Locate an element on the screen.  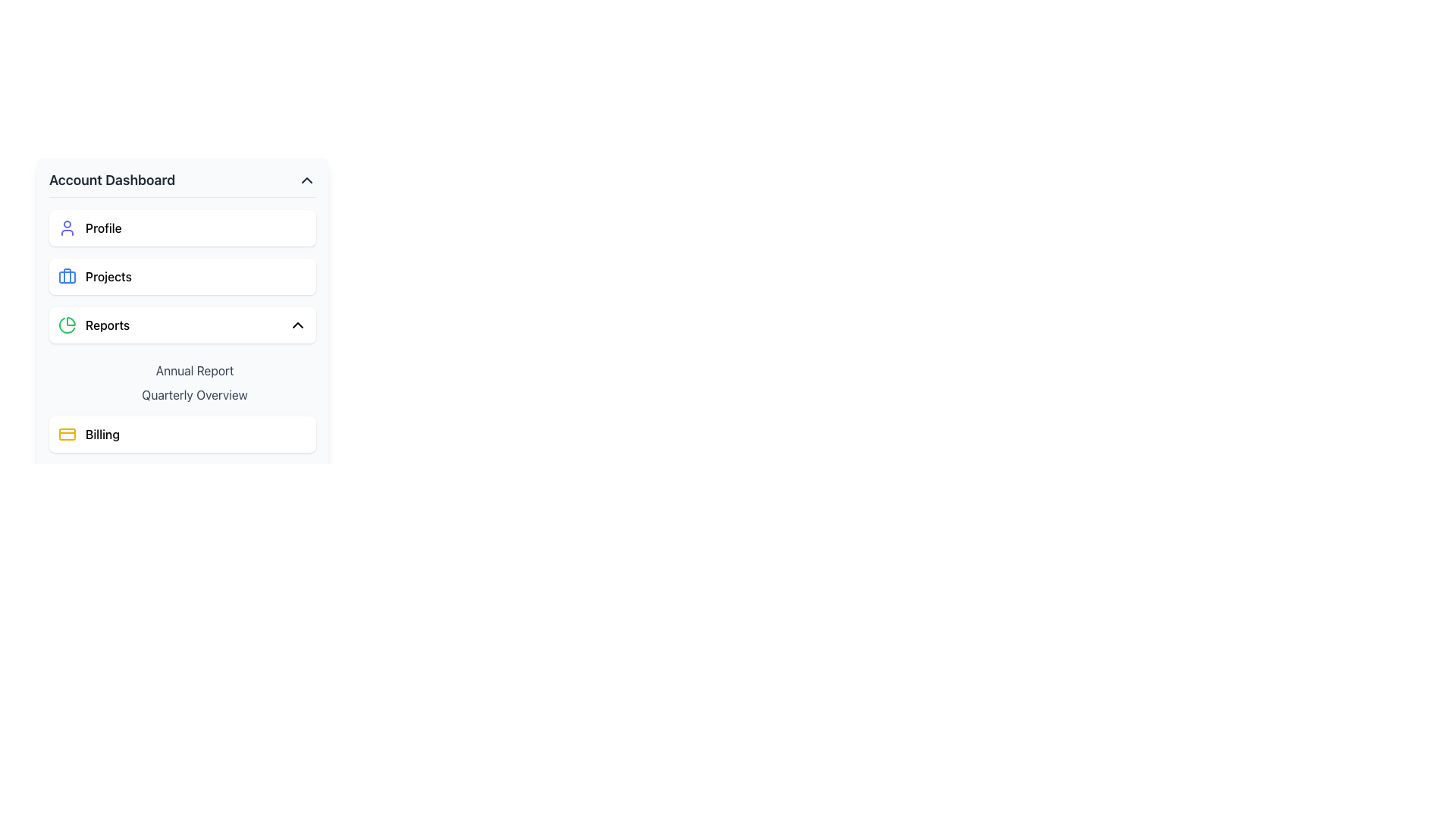
the user profile icon, which is a minimalistic representation of a person's head and shoulders, found within the 'Profile' card in the Account Dashboard menu is located at coordinates (67, 227).